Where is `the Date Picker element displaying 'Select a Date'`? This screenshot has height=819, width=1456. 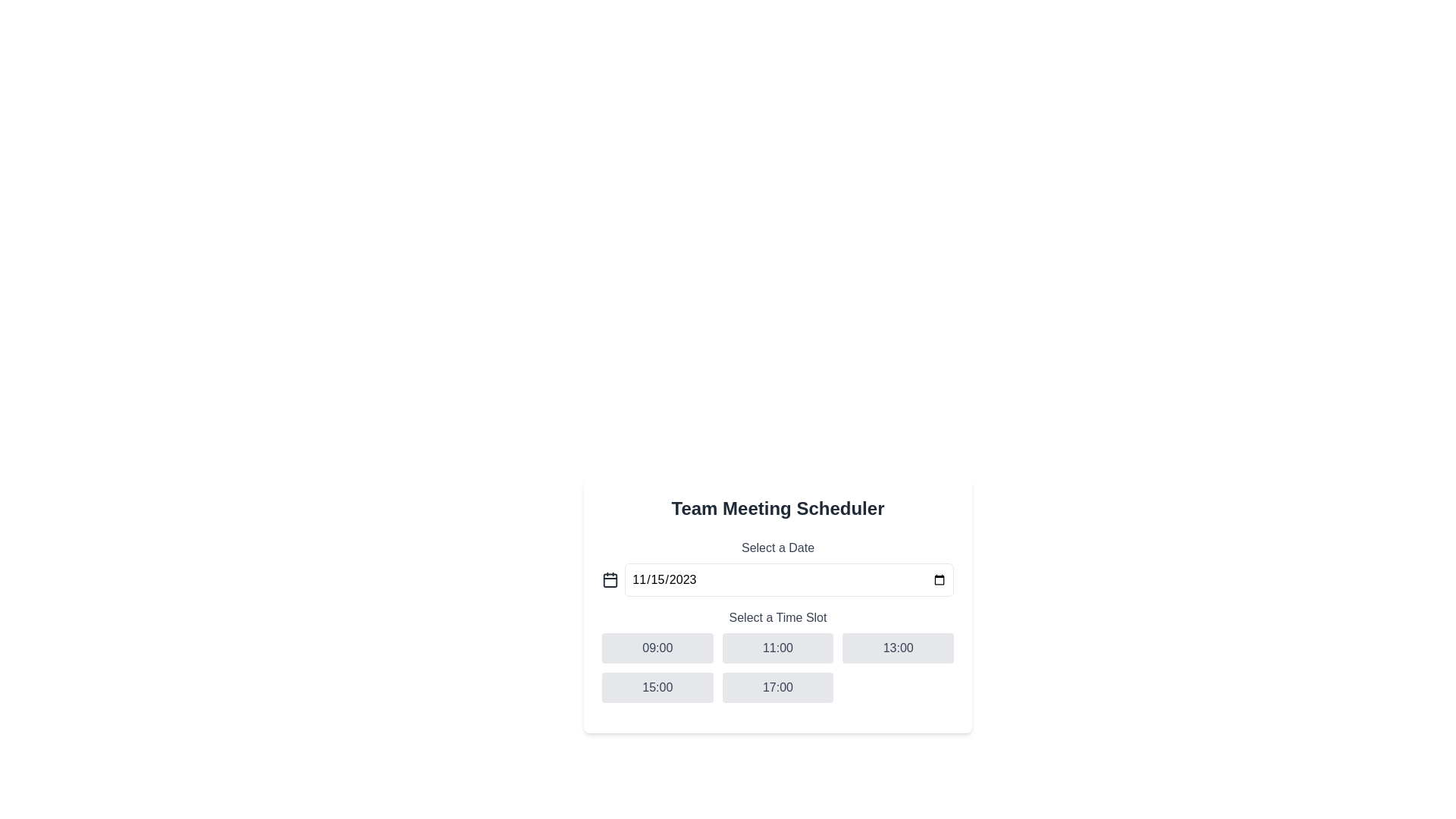 the Date Picker element displaying 'Select a Date' is located at coordinates (778, 567).